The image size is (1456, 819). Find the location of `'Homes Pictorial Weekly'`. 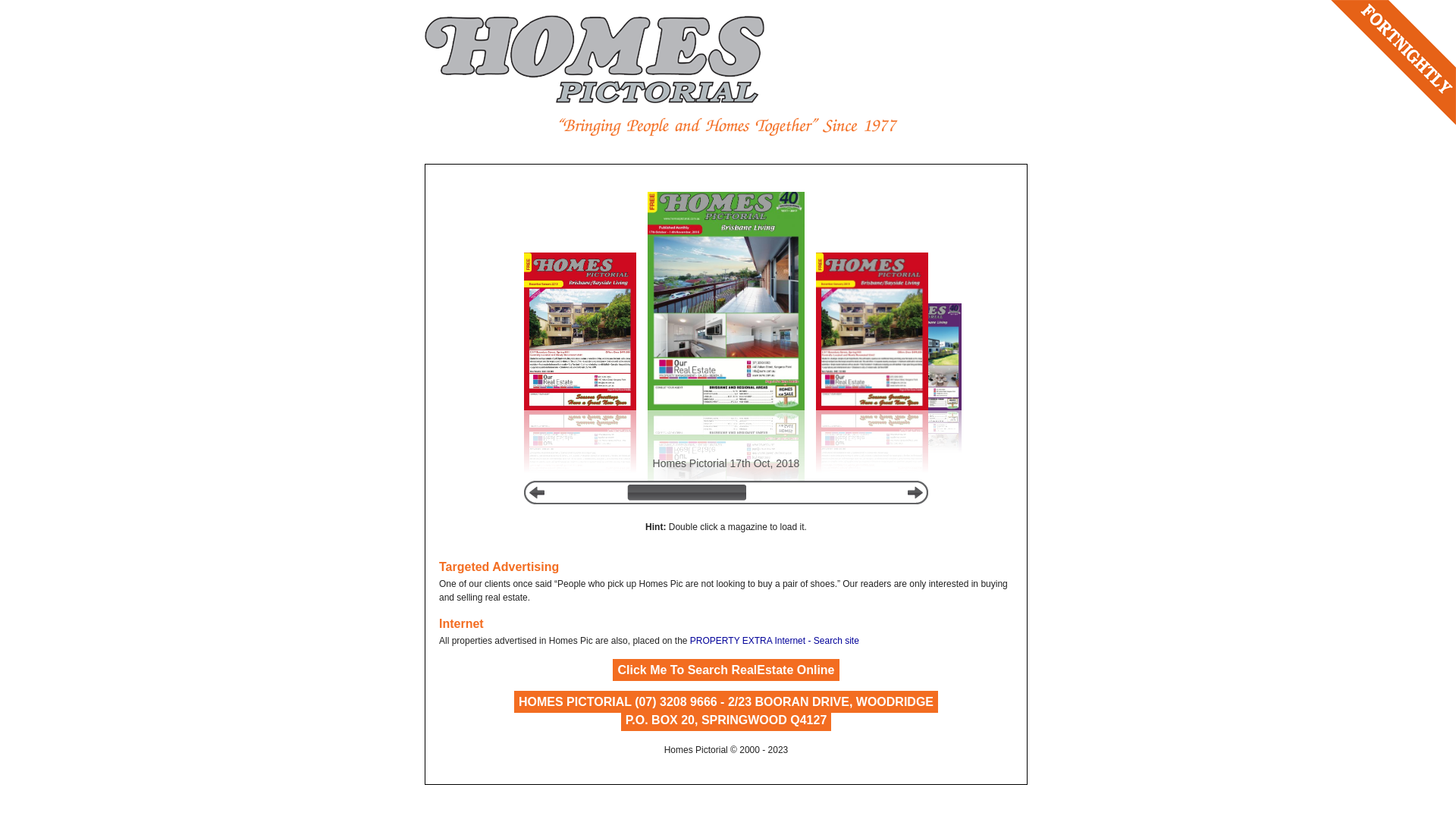

'Homes Pictorial Weekly' is located at coordinates (593, 58).